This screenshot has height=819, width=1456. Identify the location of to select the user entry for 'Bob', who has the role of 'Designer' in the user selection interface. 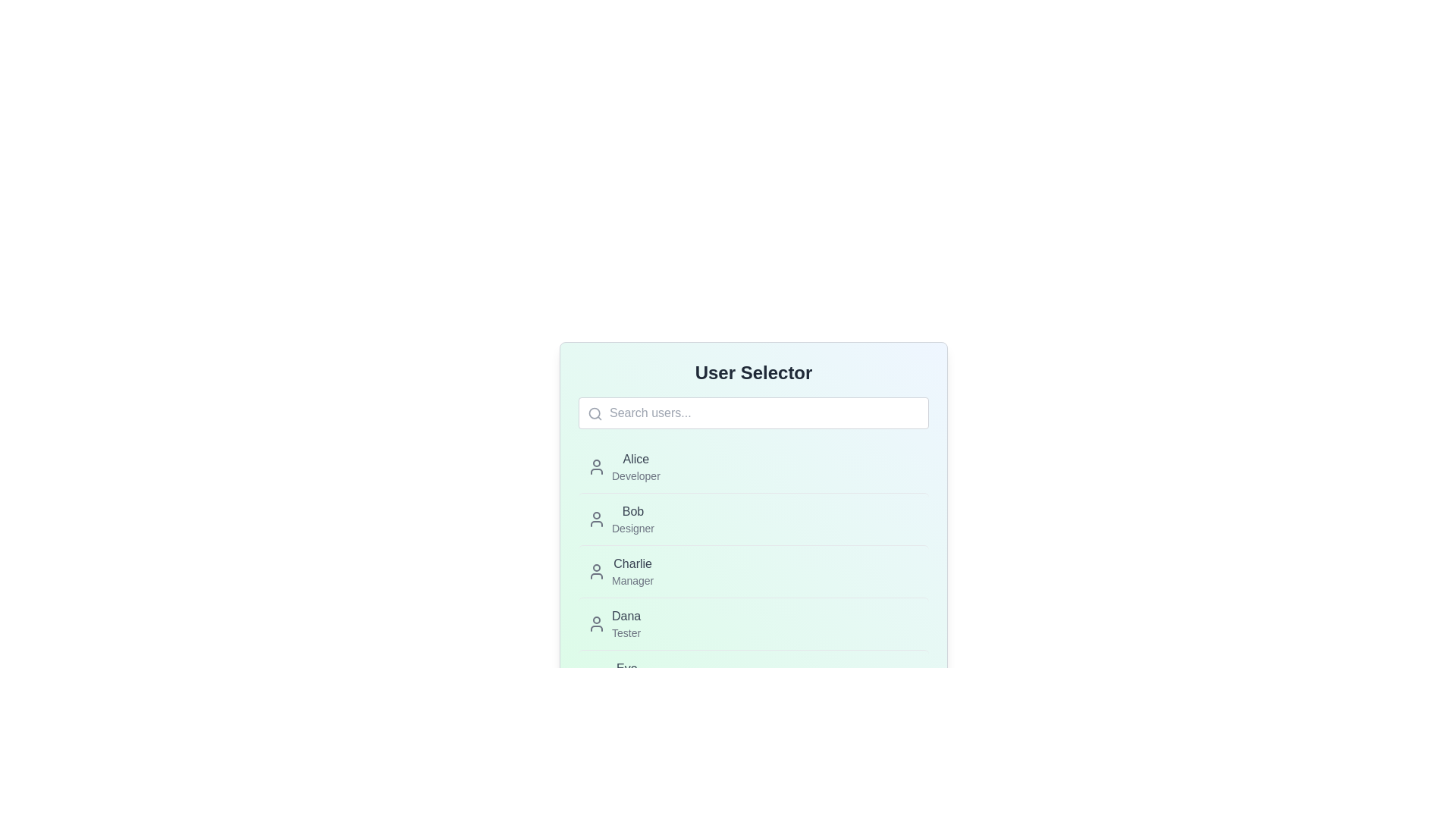
(621, 519).